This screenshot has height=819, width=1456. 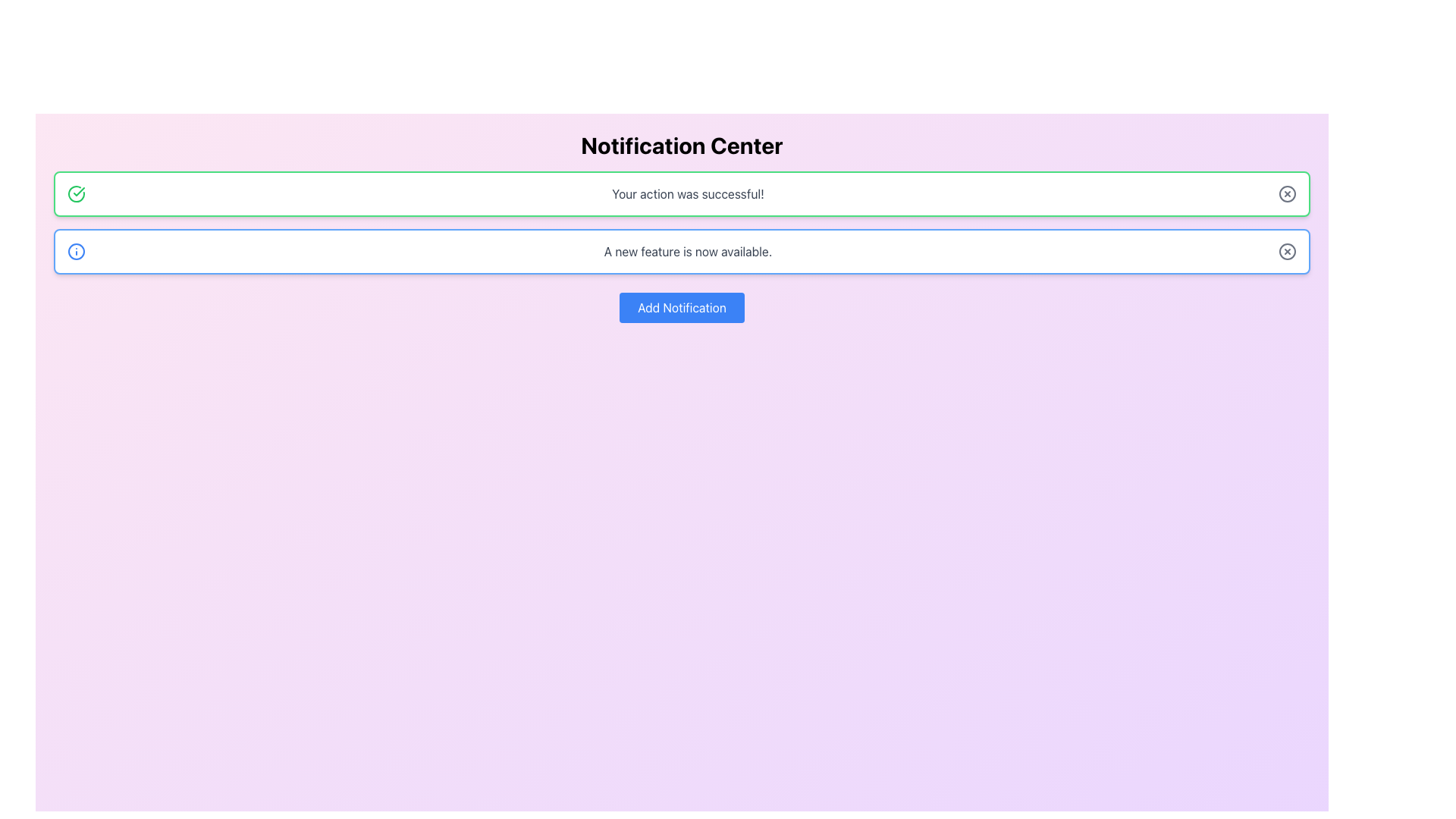 I want to click on the informational static text that notifies the user about new feature availability, located in the second notification box with a blue border and white background, so click(x=687, y=250).